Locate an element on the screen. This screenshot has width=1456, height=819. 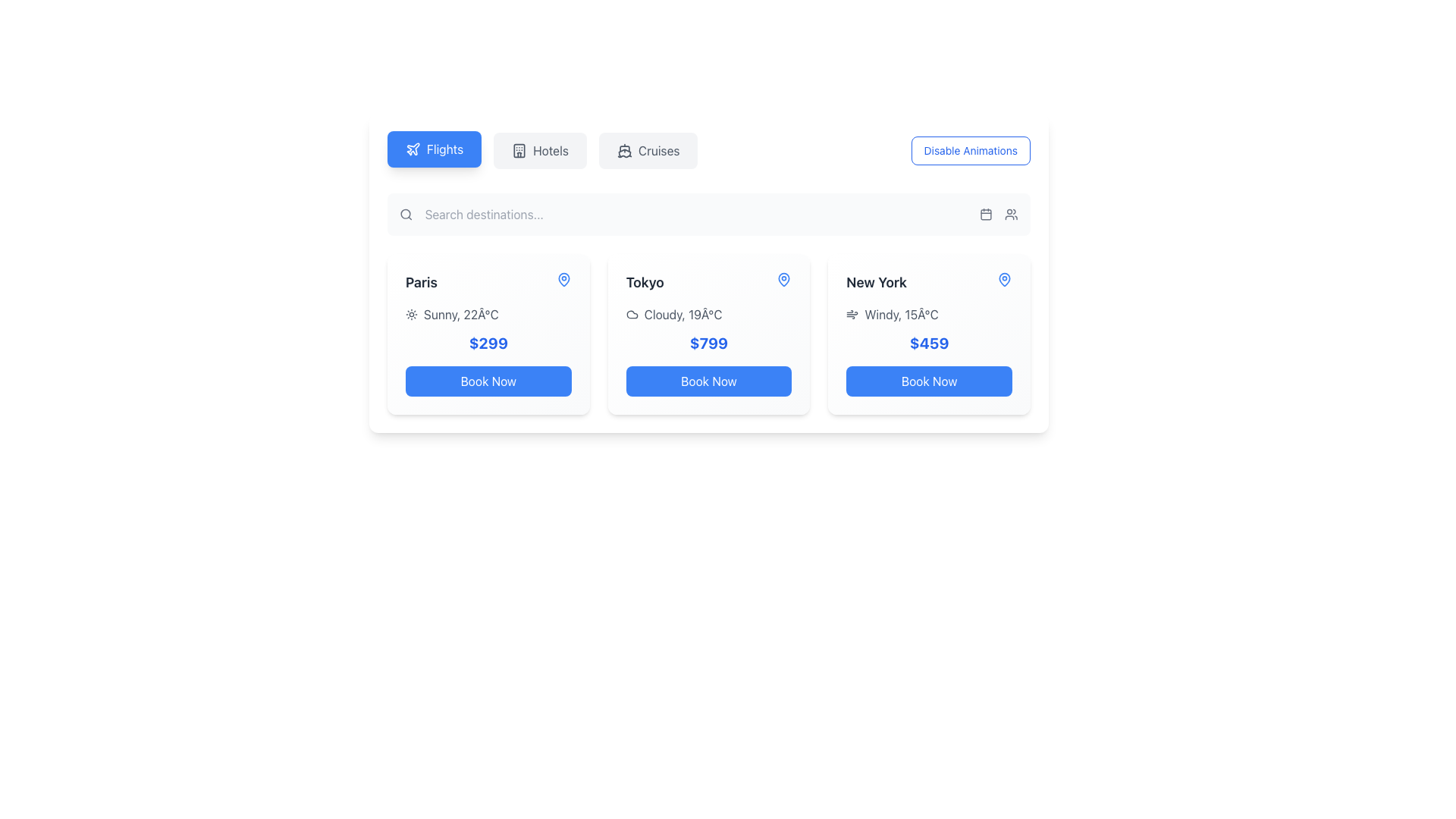
the text label element reading 'Cruises', which is styled in a capitalized font and muted gray color, located in the horizontal navigation menu is located at coordinates (659, 151).